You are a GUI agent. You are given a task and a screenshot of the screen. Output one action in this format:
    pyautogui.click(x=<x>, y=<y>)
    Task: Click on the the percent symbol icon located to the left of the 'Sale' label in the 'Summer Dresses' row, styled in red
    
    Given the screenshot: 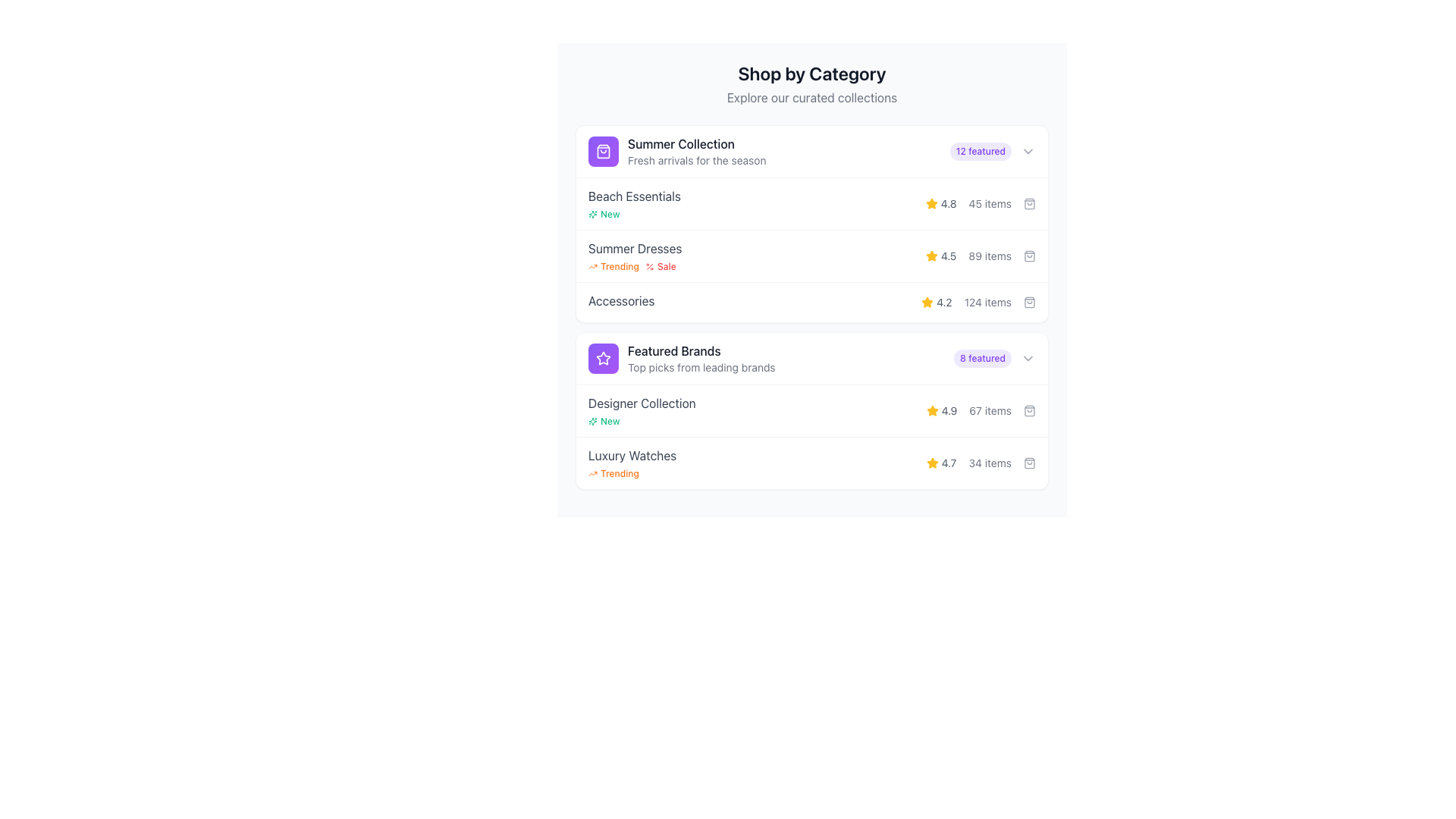 What is the action you would take?
    pyautogui.click(x=649, y=265)
    